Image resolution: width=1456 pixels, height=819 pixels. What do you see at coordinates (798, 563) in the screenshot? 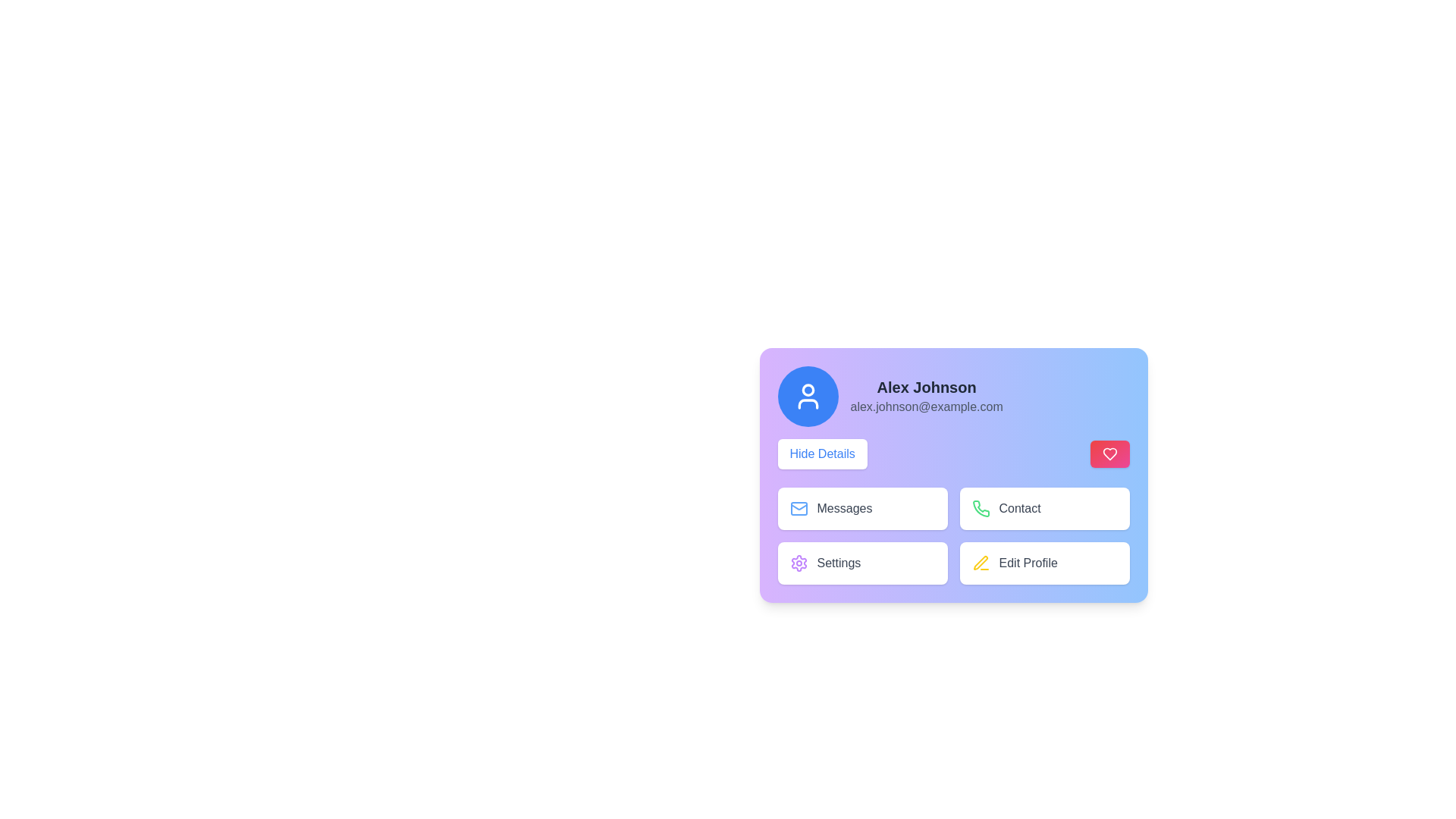
I see `the purple gear-shaped settings icon located at the bottom-left section of the card layout` at bounding box center [798, 563].